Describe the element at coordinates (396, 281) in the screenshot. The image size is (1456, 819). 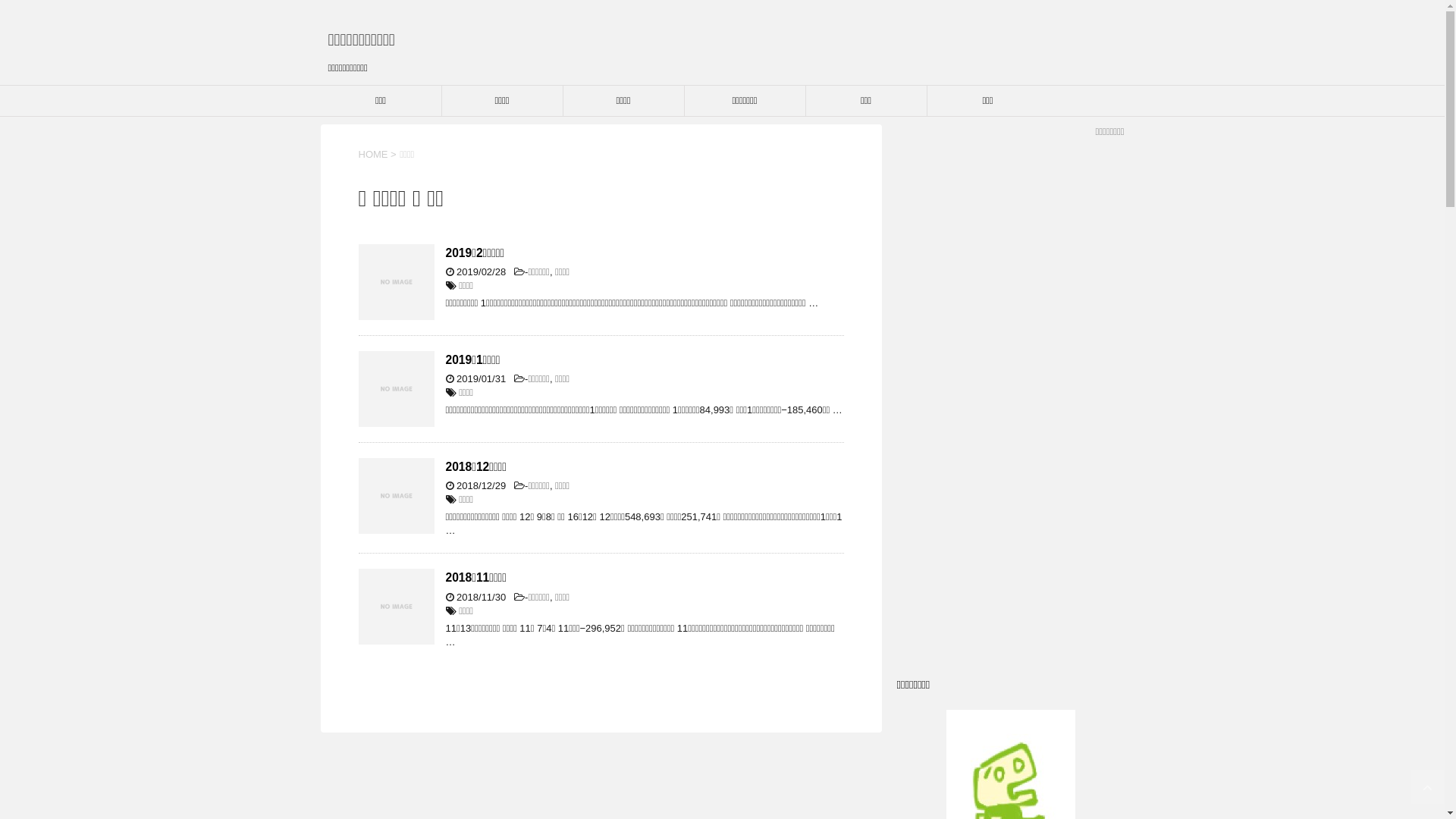
I see `'no image'` at that location.